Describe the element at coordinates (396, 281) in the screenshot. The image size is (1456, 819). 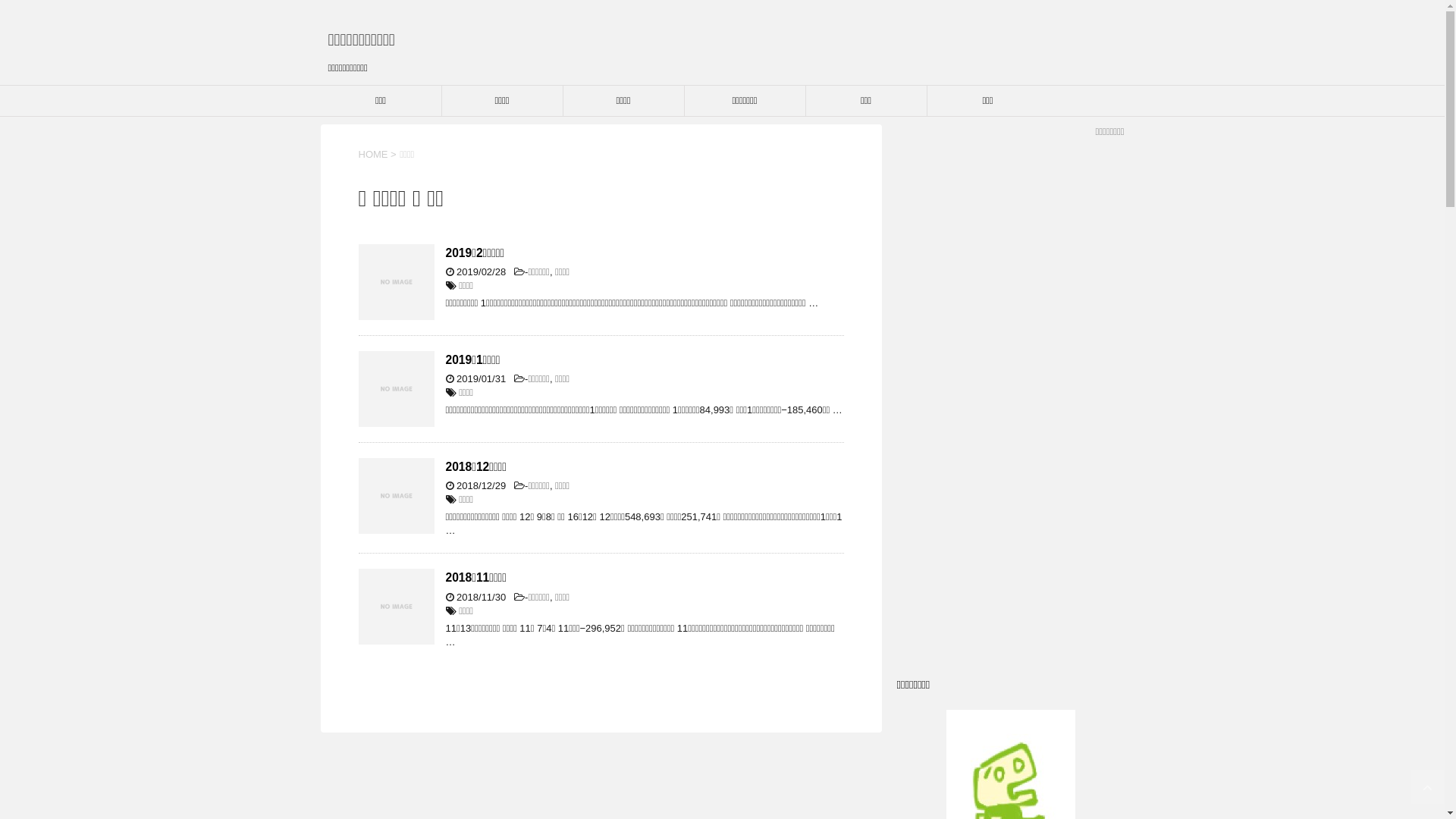
I see `'no image'` at that location.